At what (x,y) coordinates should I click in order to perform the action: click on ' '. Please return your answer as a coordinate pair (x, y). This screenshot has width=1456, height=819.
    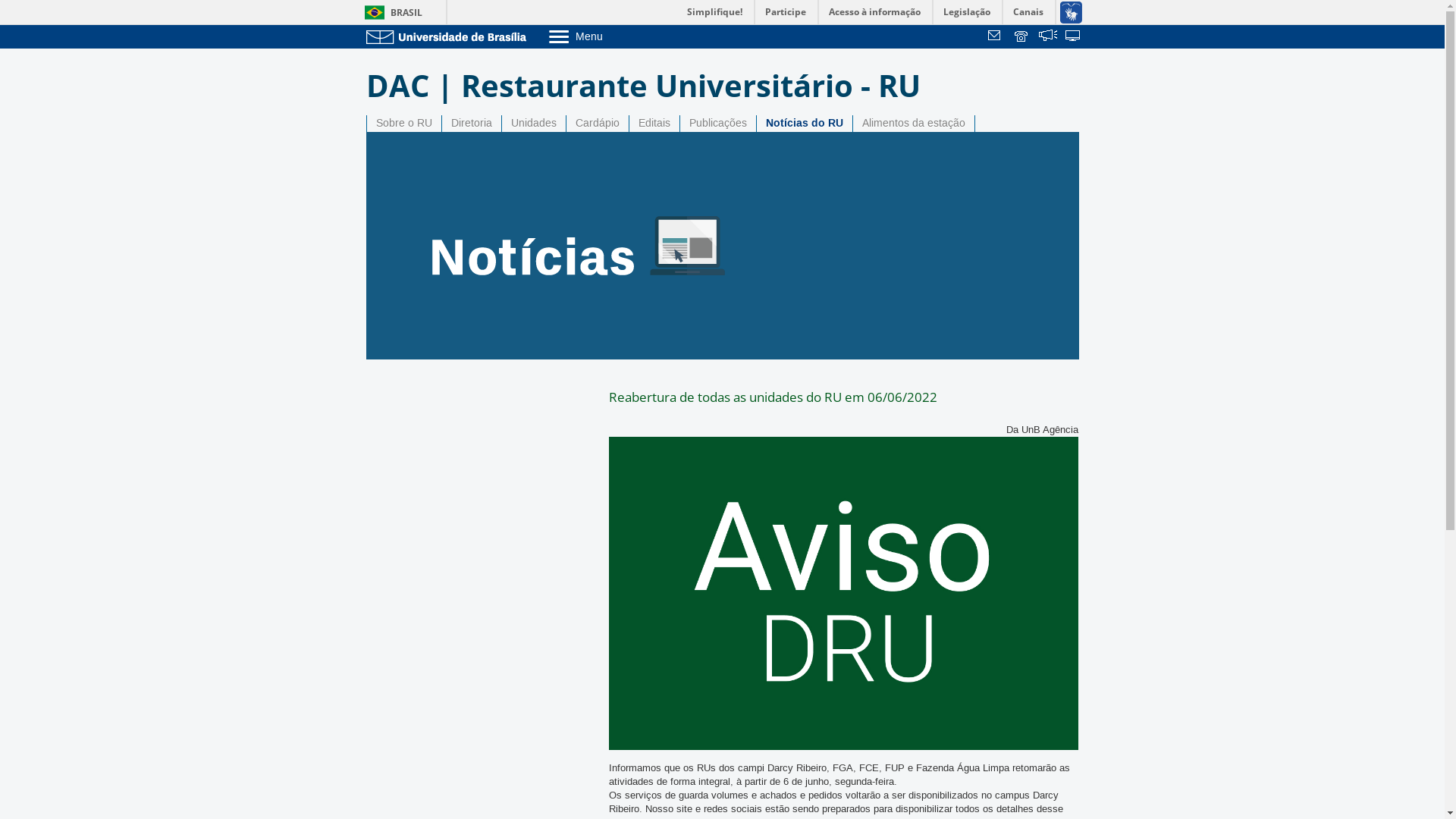
    Looking at the image, I should click on (1073, 36).